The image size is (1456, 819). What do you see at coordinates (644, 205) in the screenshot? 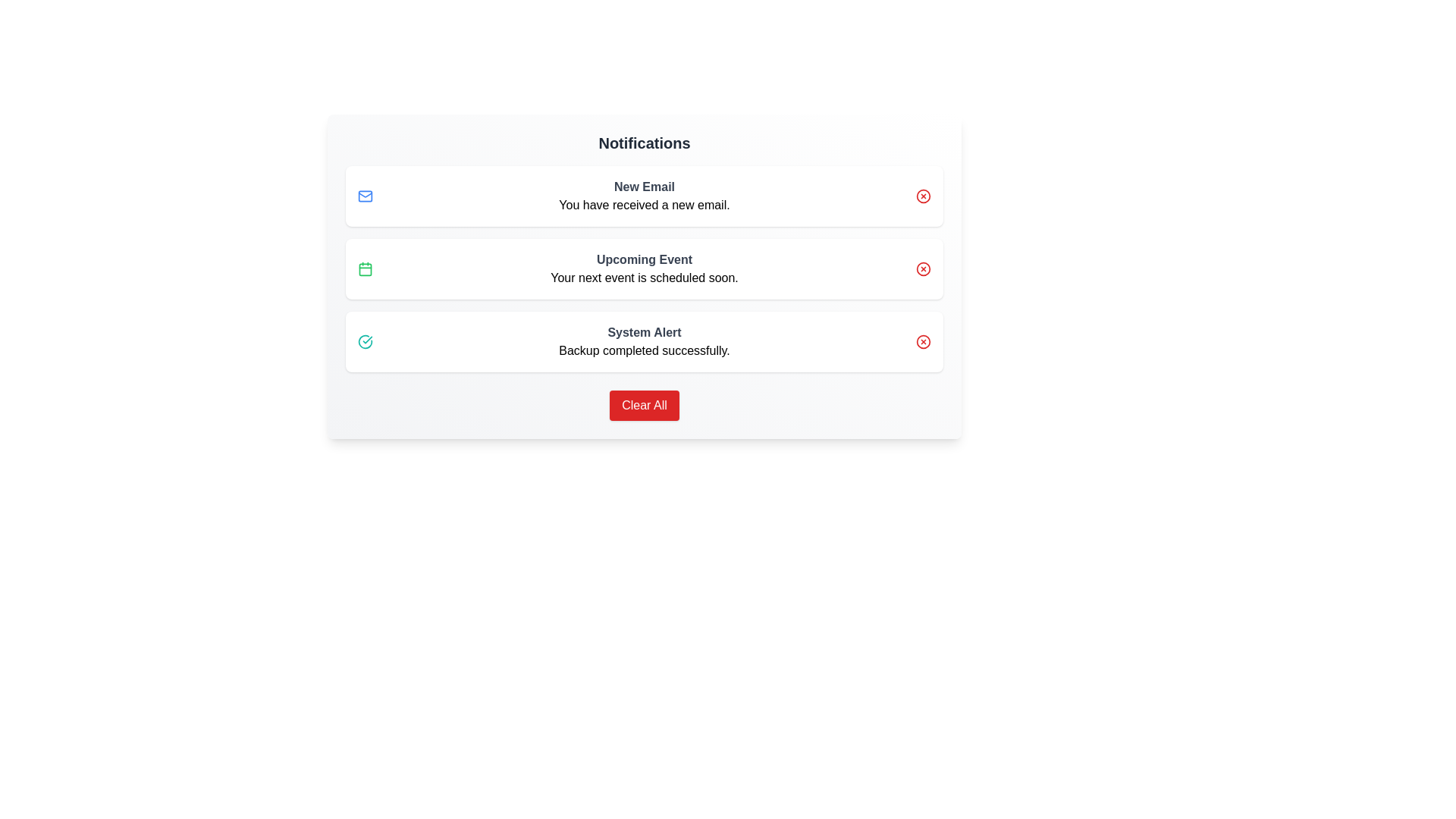
I see `notification text that states 'You have received a new email.' which is positioned below the title 'New Email' in the notification panel` at bounding box center [644, 205].